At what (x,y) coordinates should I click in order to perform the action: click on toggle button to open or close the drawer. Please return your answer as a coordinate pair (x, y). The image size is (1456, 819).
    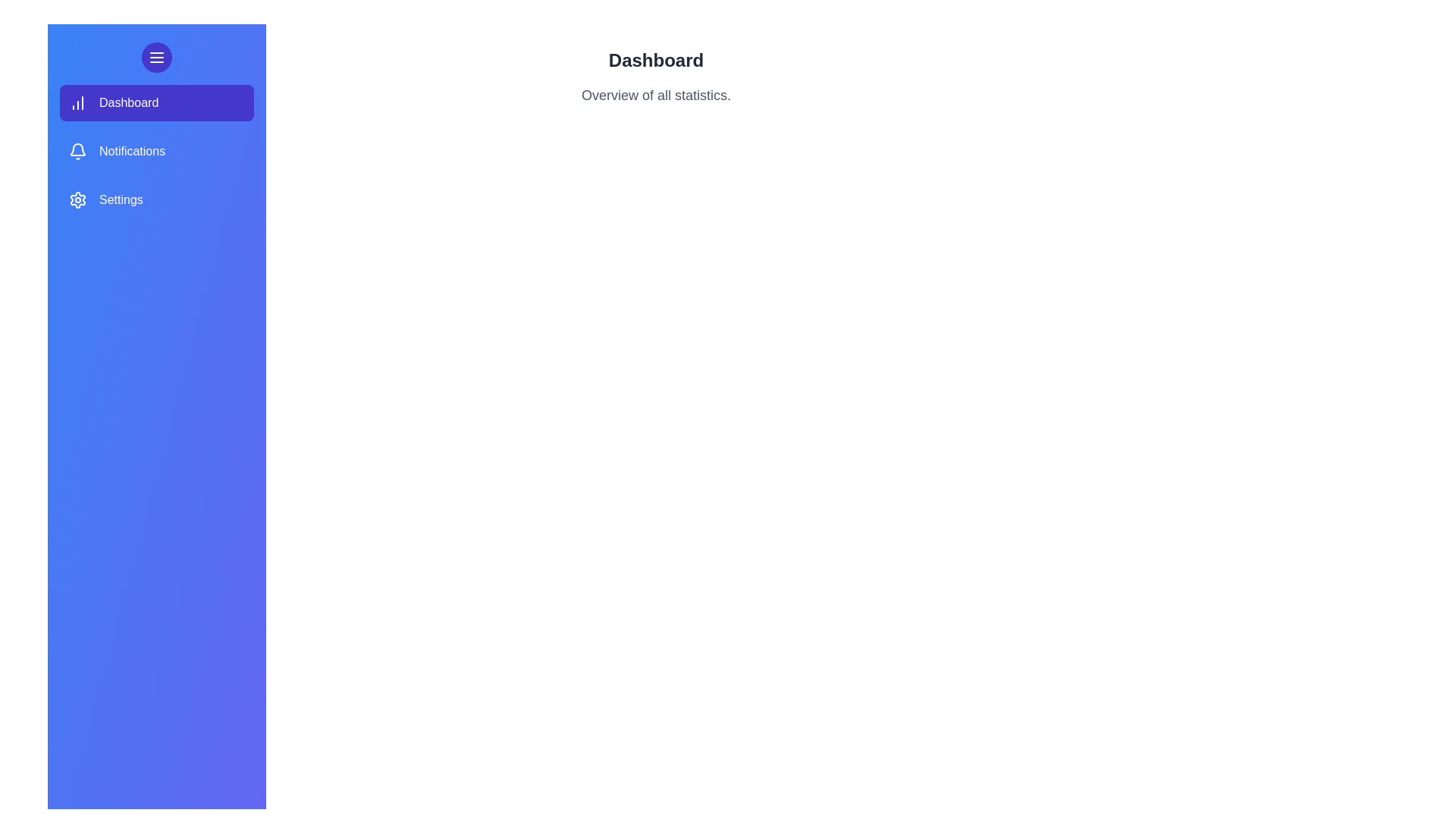
    Looking at the image, I should click on (156, 57).